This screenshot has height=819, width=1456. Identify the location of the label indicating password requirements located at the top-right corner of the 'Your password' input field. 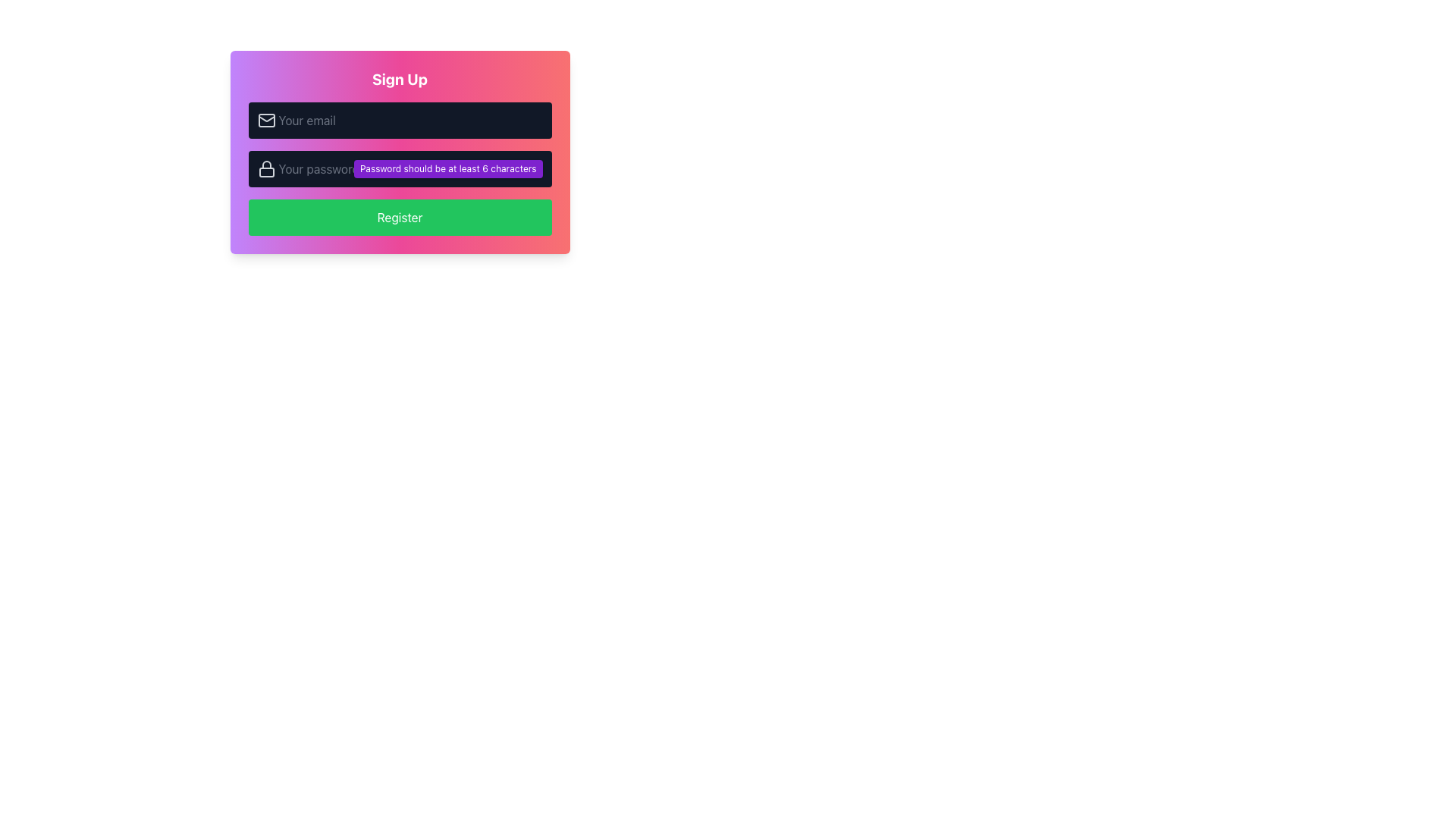
(447, 169).